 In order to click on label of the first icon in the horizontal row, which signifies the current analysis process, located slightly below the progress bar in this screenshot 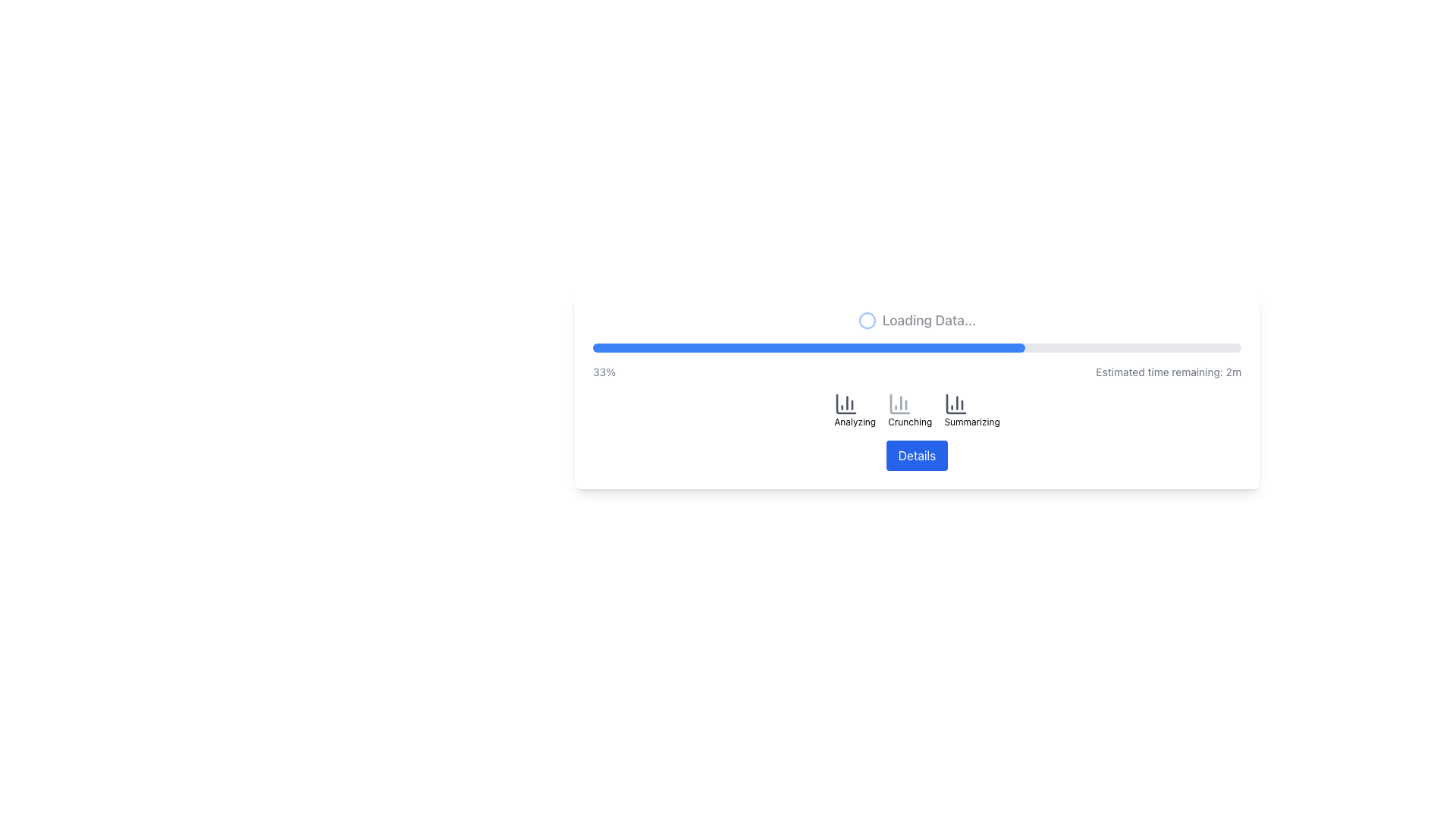, I will do `click(855, 409)`.